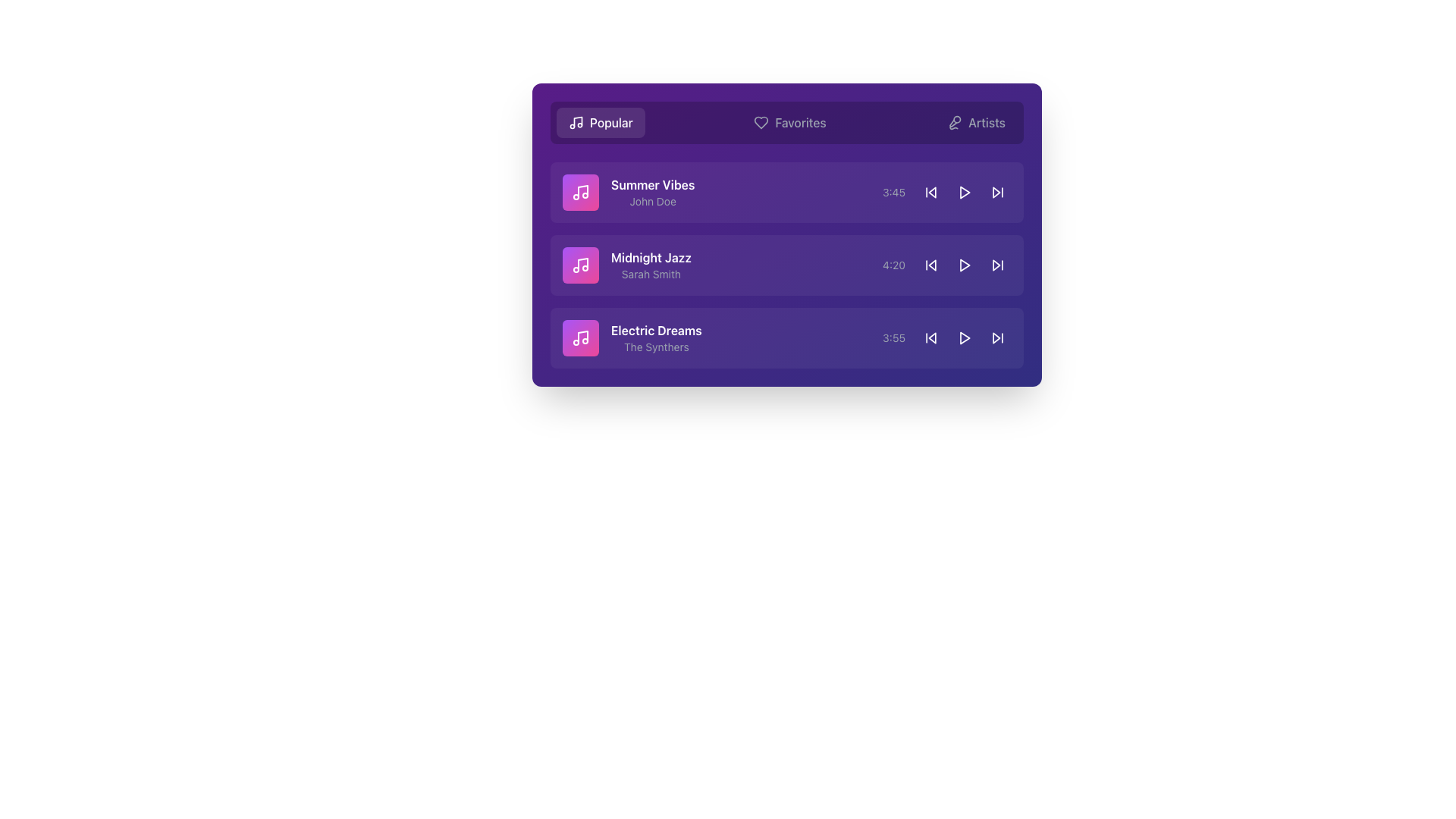  Describe the element at coordinates (580, 337) in the screenshot. I see `the leftmost icon in the row for the song 'Electric Dreams' by 'The Synthers', which is a rounded square button with a gradient background and a white music note icon at its center` at that location.